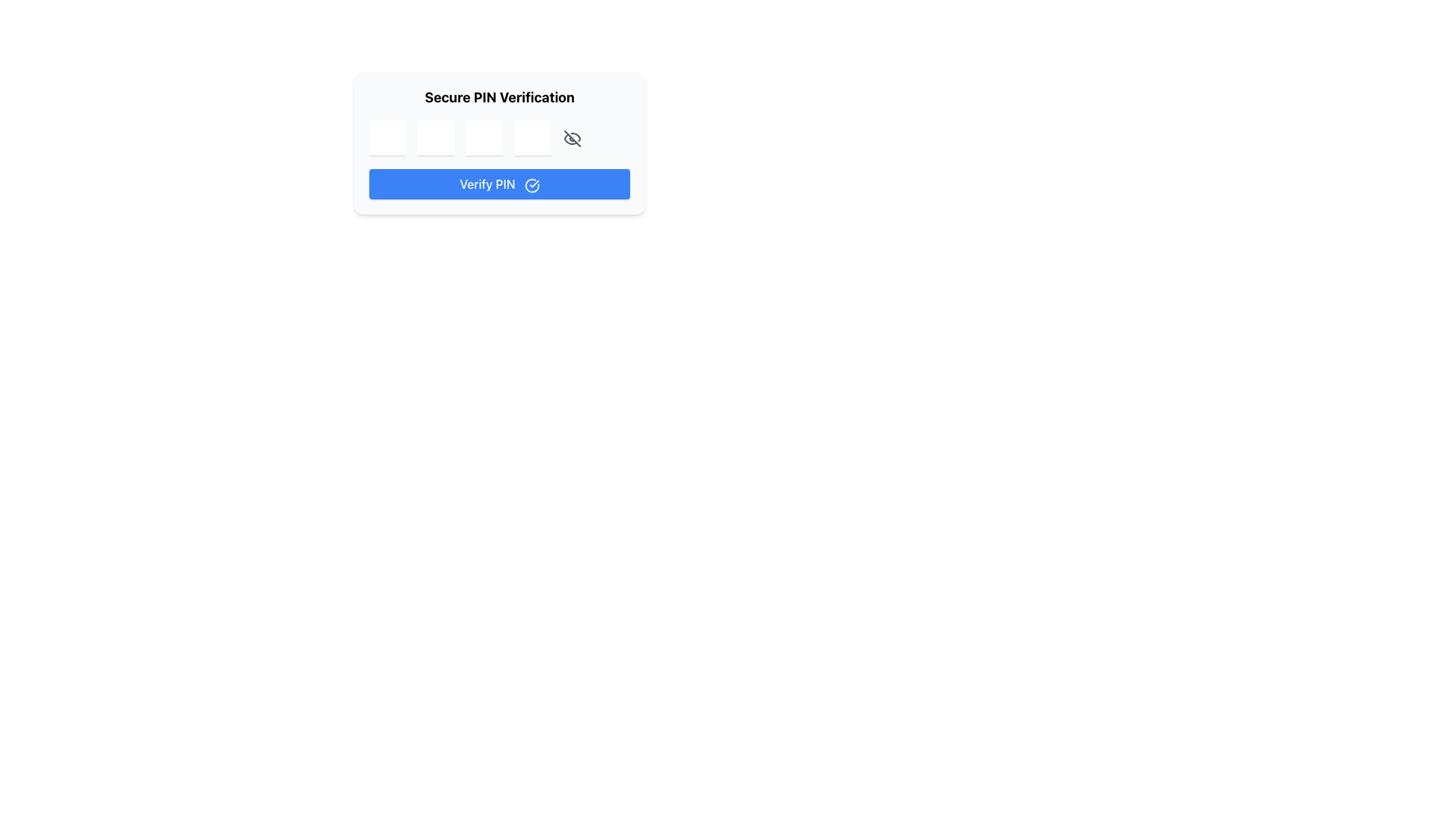  I want to click on the Interactive eye icon with a strikethrough located at the far right of the PIN input fields, so click(571, 138).